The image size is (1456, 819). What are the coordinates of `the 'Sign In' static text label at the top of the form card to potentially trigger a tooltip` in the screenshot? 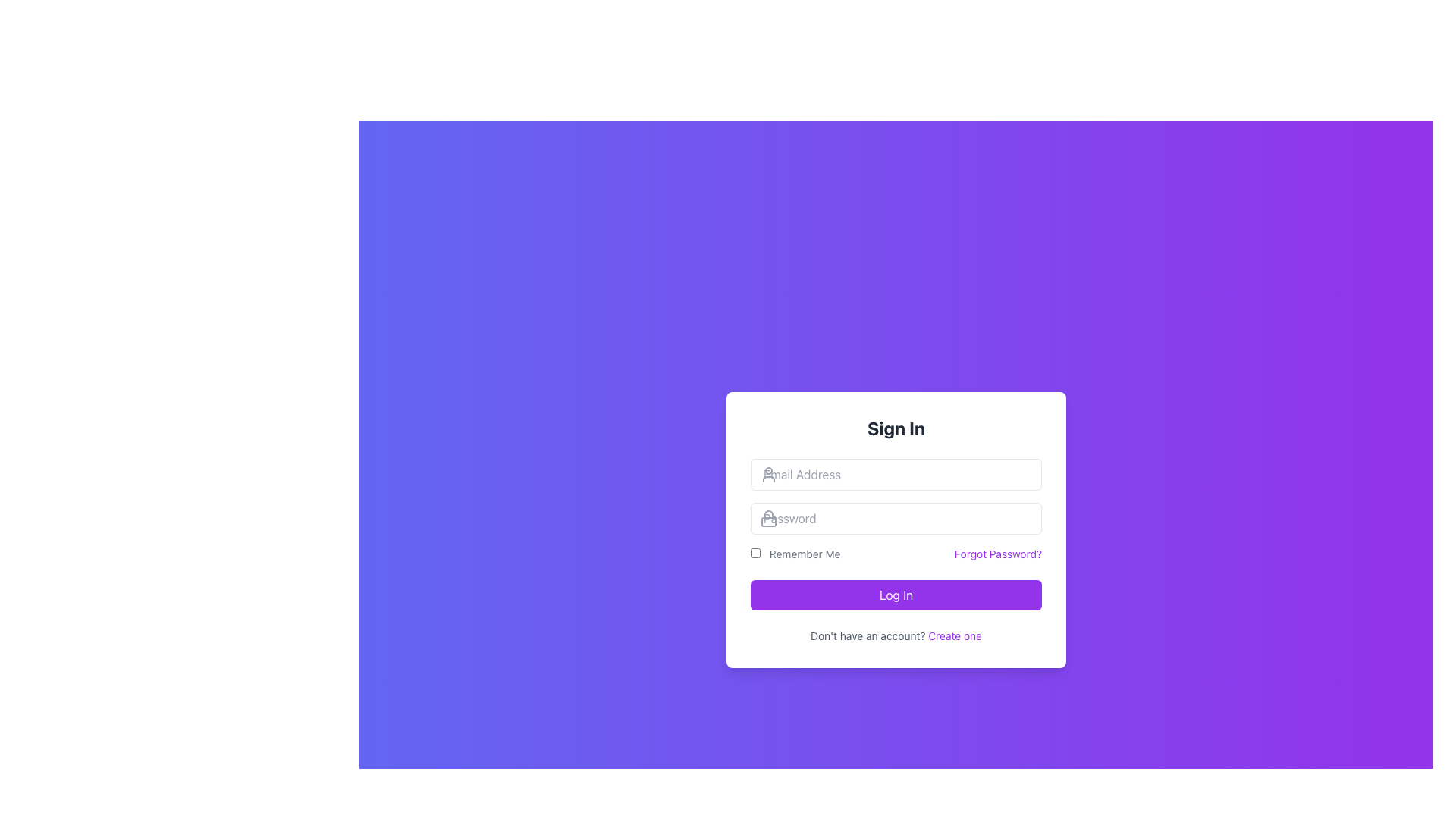 It's located at (896, 428).